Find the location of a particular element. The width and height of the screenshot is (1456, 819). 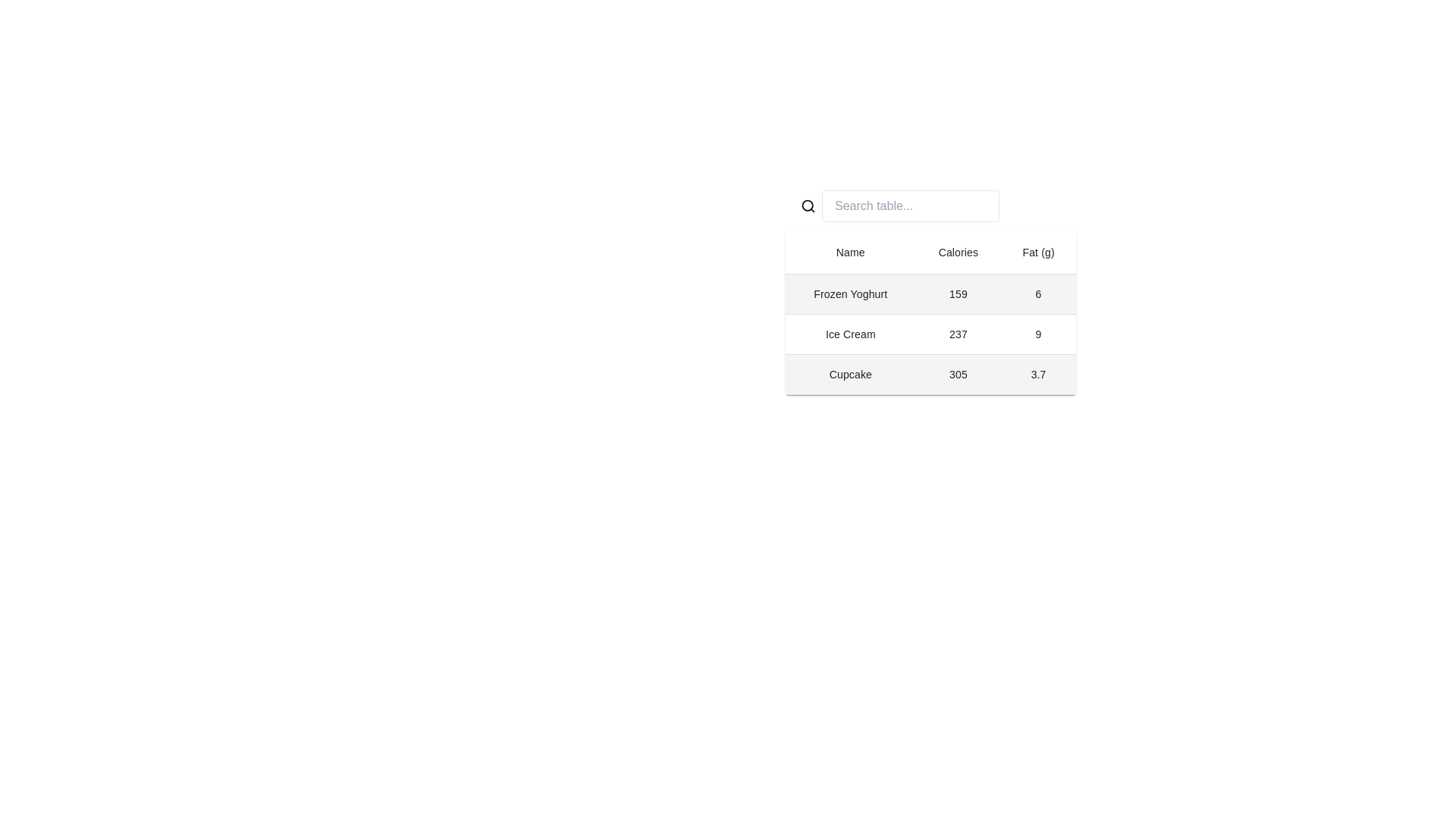

value displayed in the table cell containing '9', which is located in the third column of the second row under the 'Fat (g)' header for the 'Ice Cream' item is located at coordinates (1037, 334).